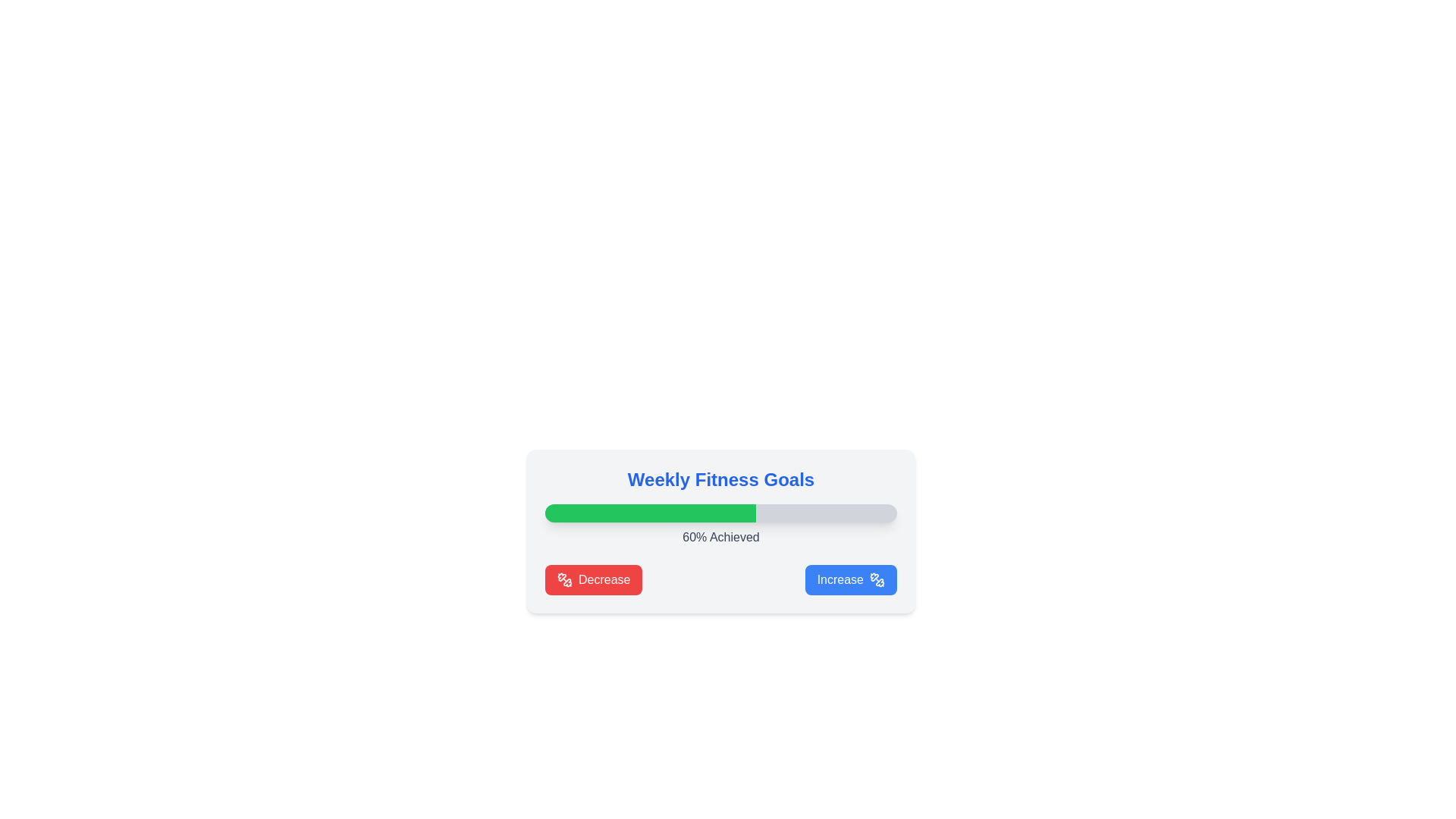 The image size is (1456, 819). I want to click on the leftmost button designed to decrease a fitness-related metric, so click(593, 579).